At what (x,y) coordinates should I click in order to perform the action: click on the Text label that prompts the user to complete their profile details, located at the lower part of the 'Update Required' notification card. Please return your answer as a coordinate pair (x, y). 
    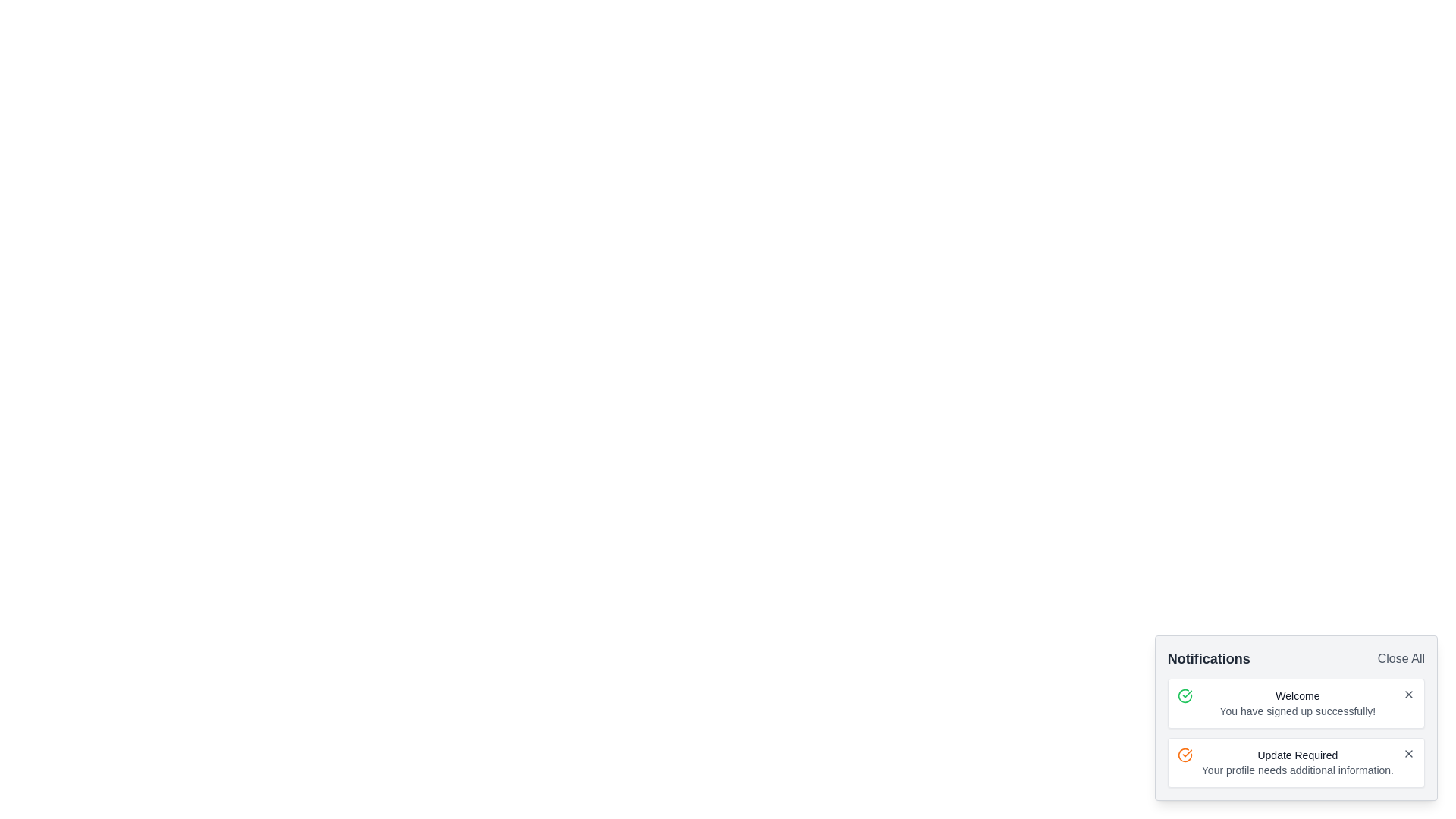
    Looking at the image, I should click on (1297, 770).